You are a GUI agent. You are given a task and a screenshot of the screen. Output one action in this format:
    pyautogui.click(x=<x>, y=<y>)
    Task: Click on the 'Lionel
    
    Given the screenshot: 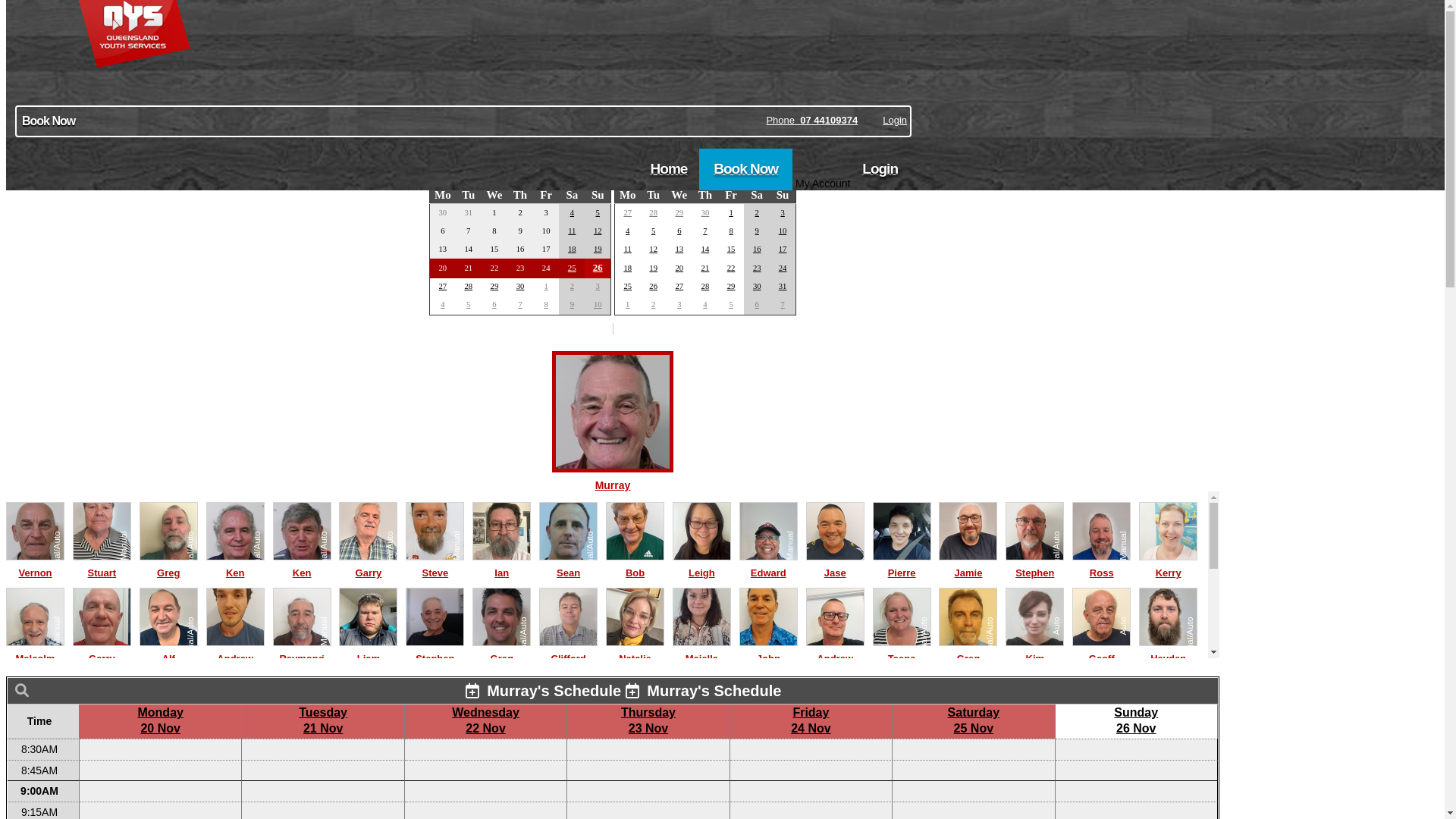 What is the action you would take?
    pyautogui.click(x=967, y=736)
    